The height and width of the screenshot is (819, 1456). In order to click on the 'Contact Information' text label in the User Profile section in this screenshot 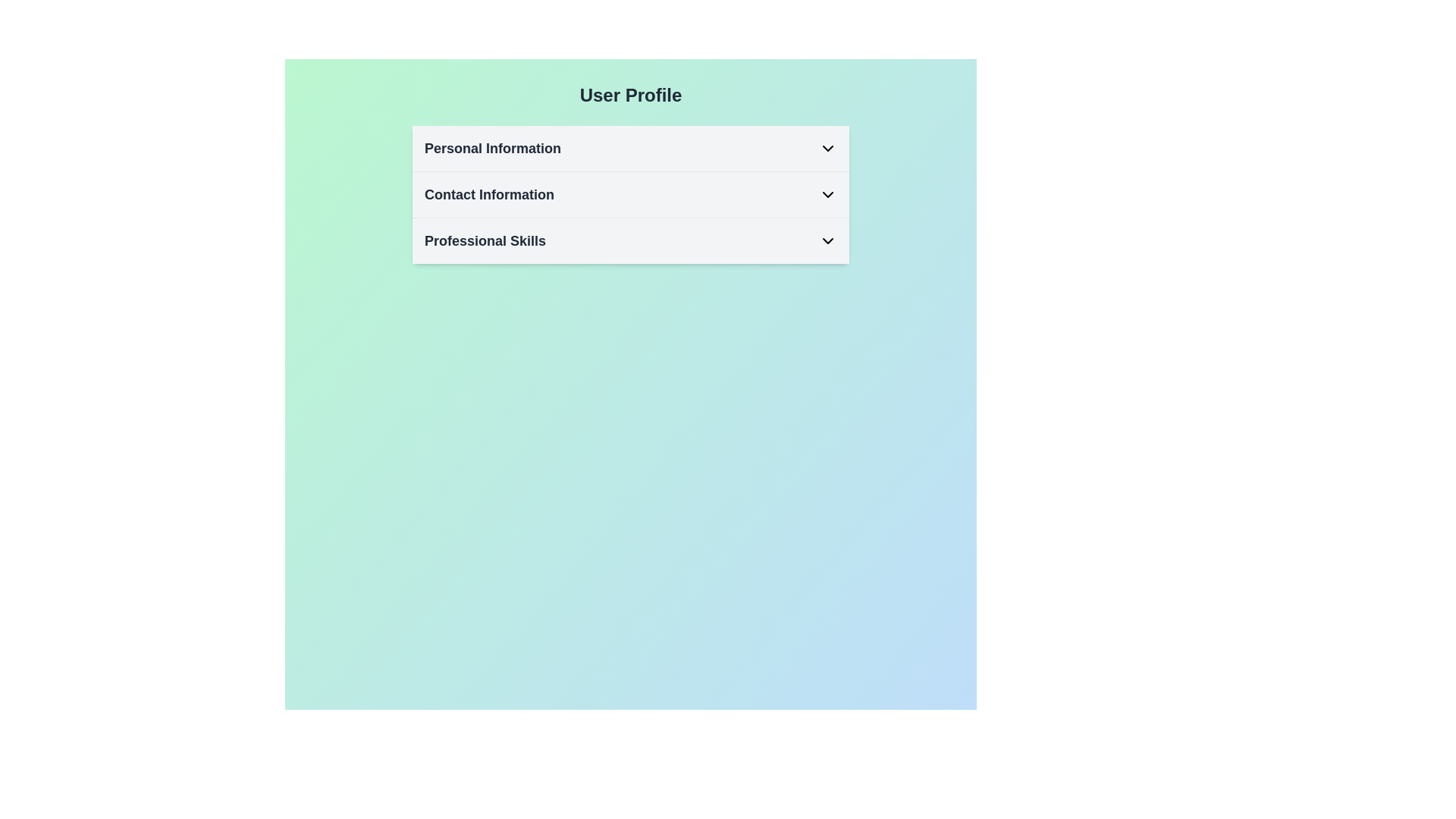, I will do `click(489, 194)`.